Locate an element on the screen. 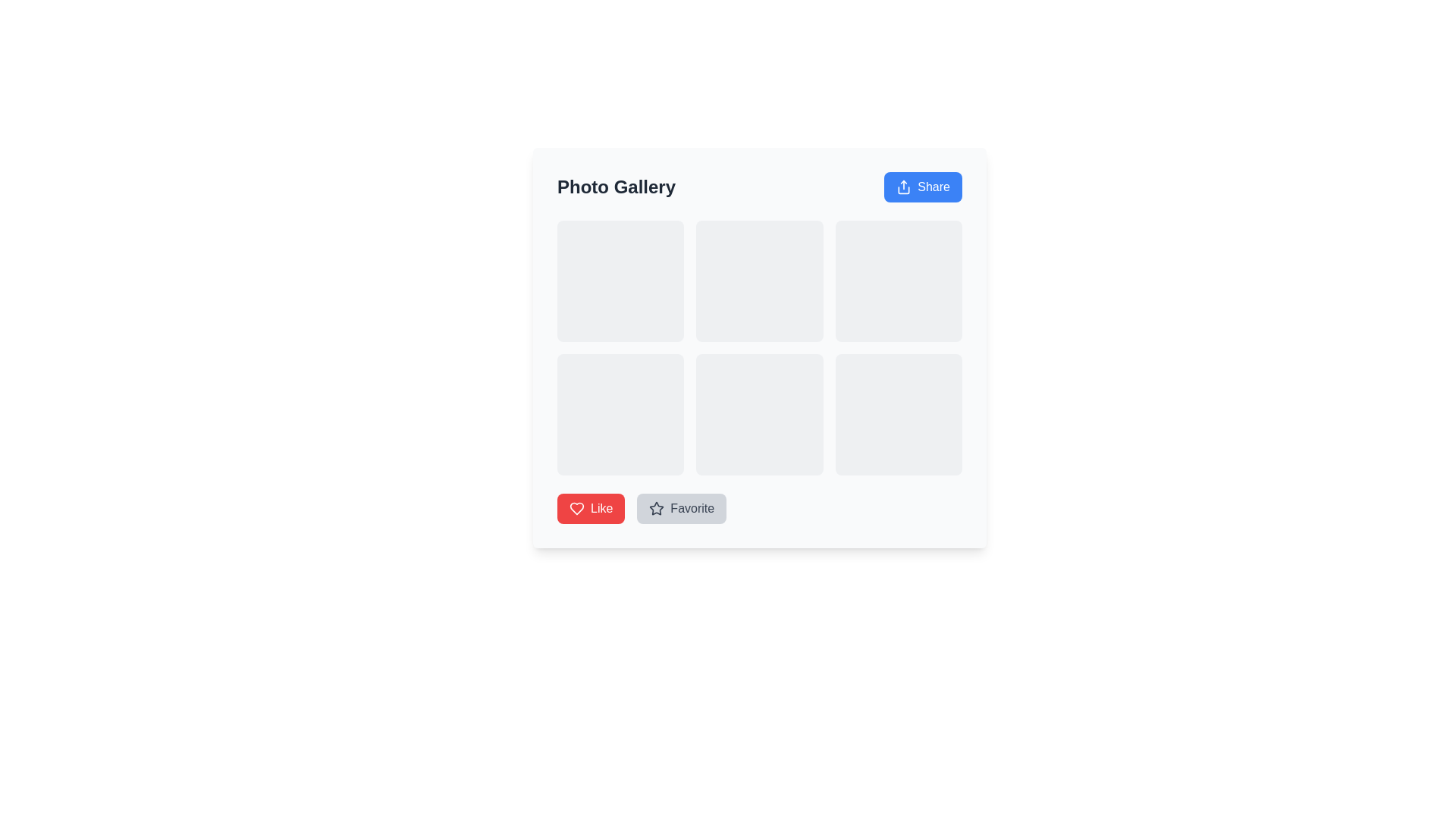 The image size is (1456, 819). the heart-shaped icon filled with solid red color within the 'Like' button at the bottom left of the Photo Gallery interface to like the photo is located at coordinates (576, 509).